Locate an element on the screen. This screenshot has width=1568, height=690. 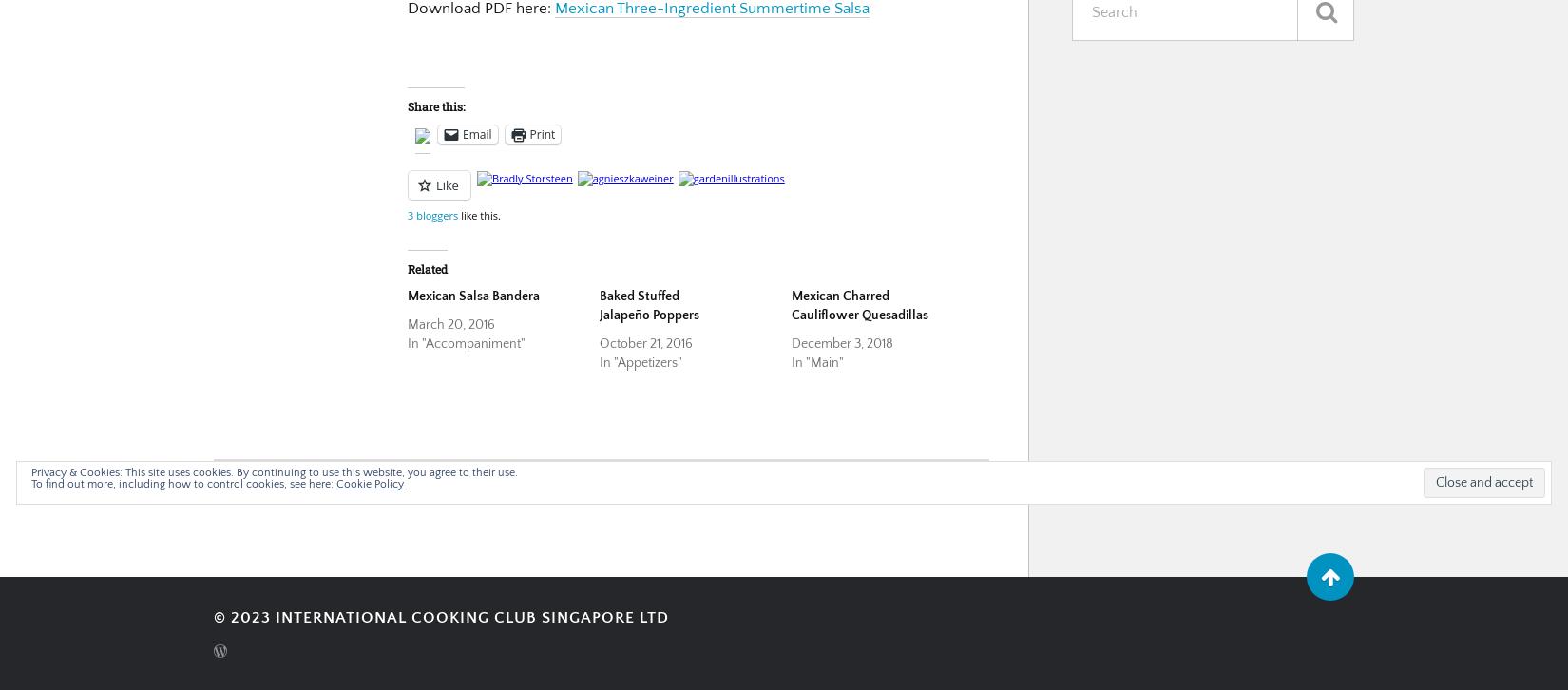
'Privacy & Cookies: This site uses cookies. By continuing to use this website, you agree to their use.' is located at coordinates (275, 472).